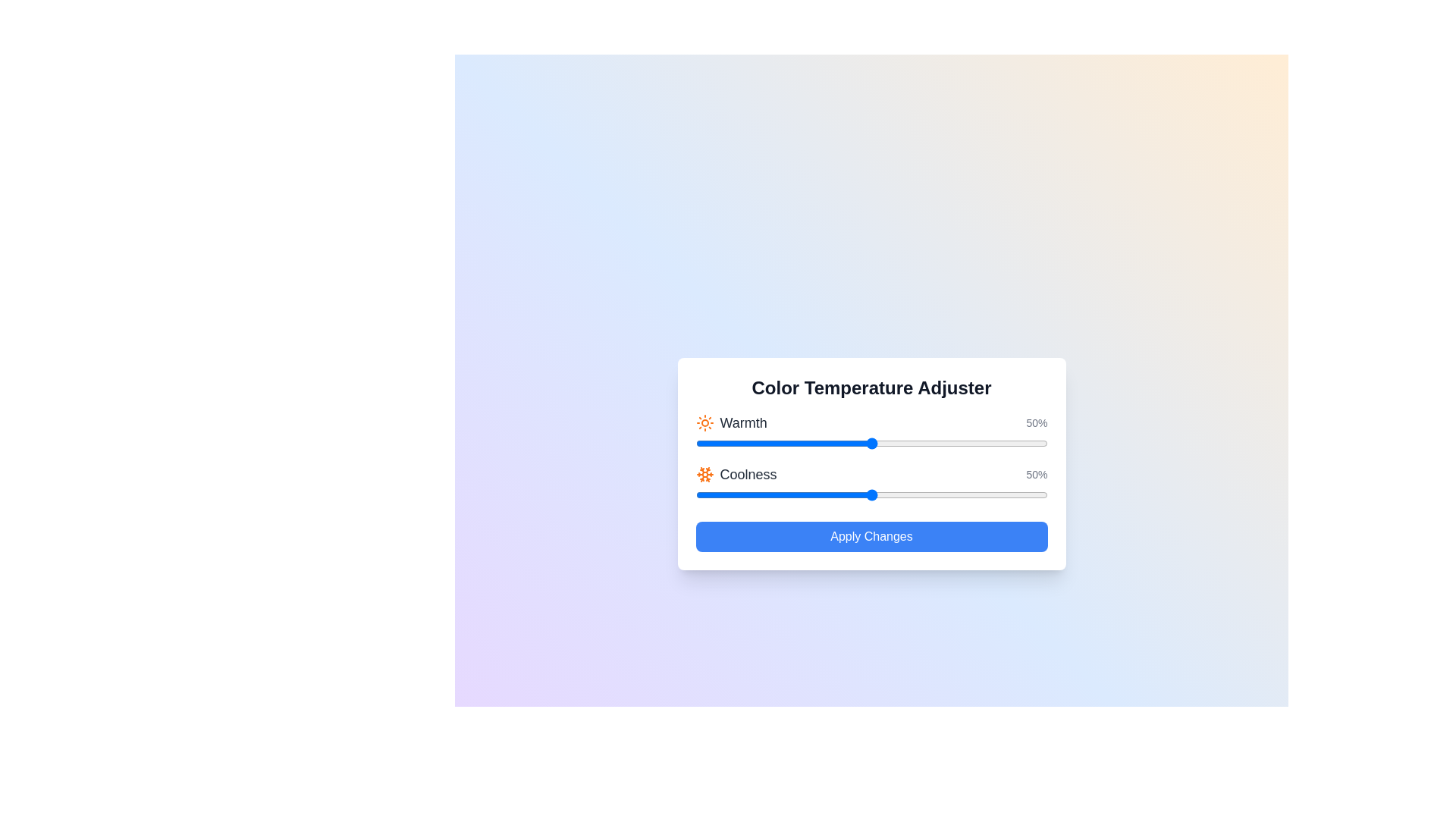 The height and width of the screenshot is (819, 1456). I want to click on the 'Coolness' slider to 47%, so click(861, 494).